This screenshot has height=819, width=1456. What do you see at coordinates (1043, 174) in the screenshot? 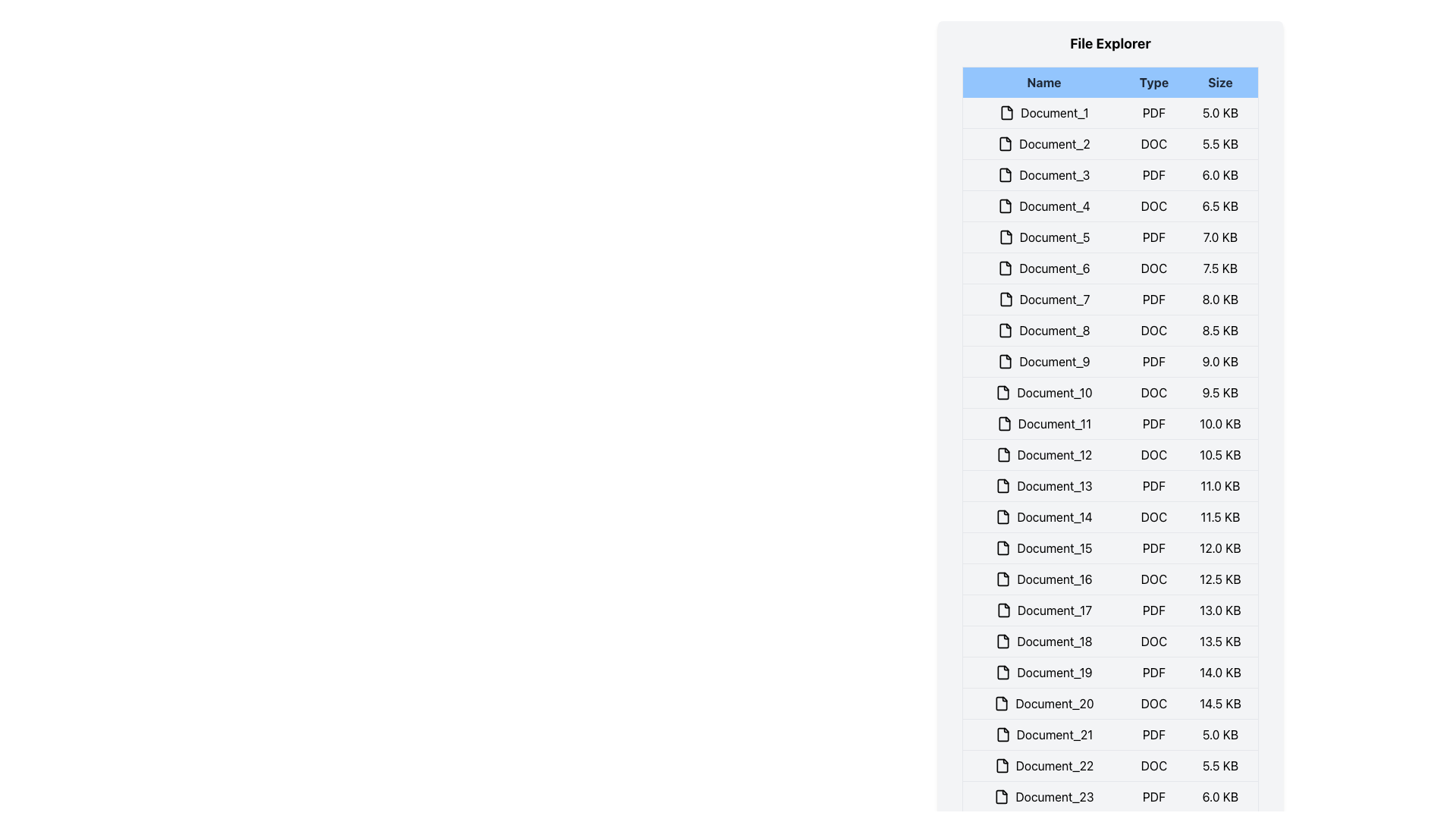
I see `the Text label that represents the file 'Document_3' in the file explorer interface, located in the leftmost column under the 'Name' header` at bounding box center [1043, 174].